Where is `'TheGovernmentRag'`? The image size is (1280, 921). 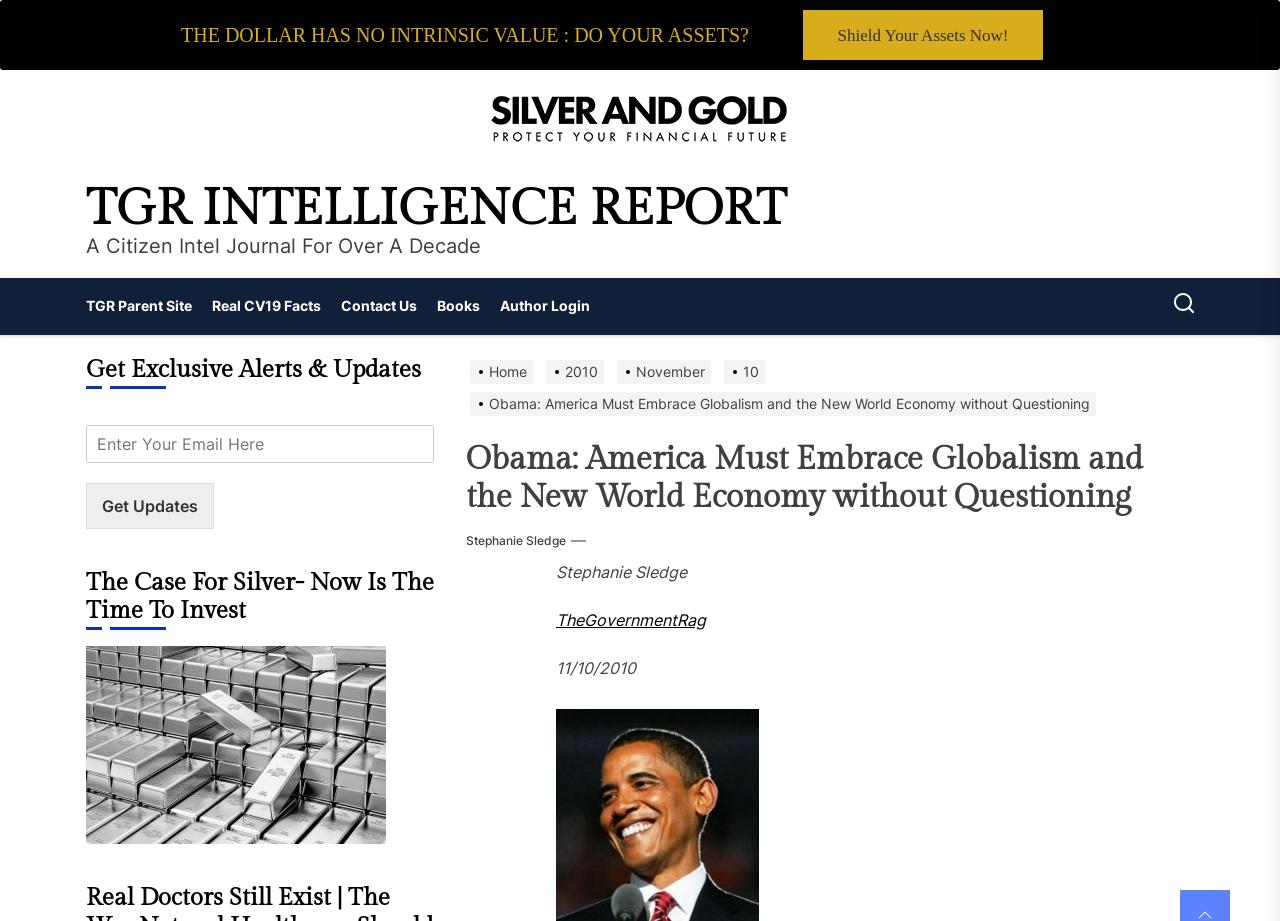 'TheGovernmentRag' is located at coordinates (630, 619).